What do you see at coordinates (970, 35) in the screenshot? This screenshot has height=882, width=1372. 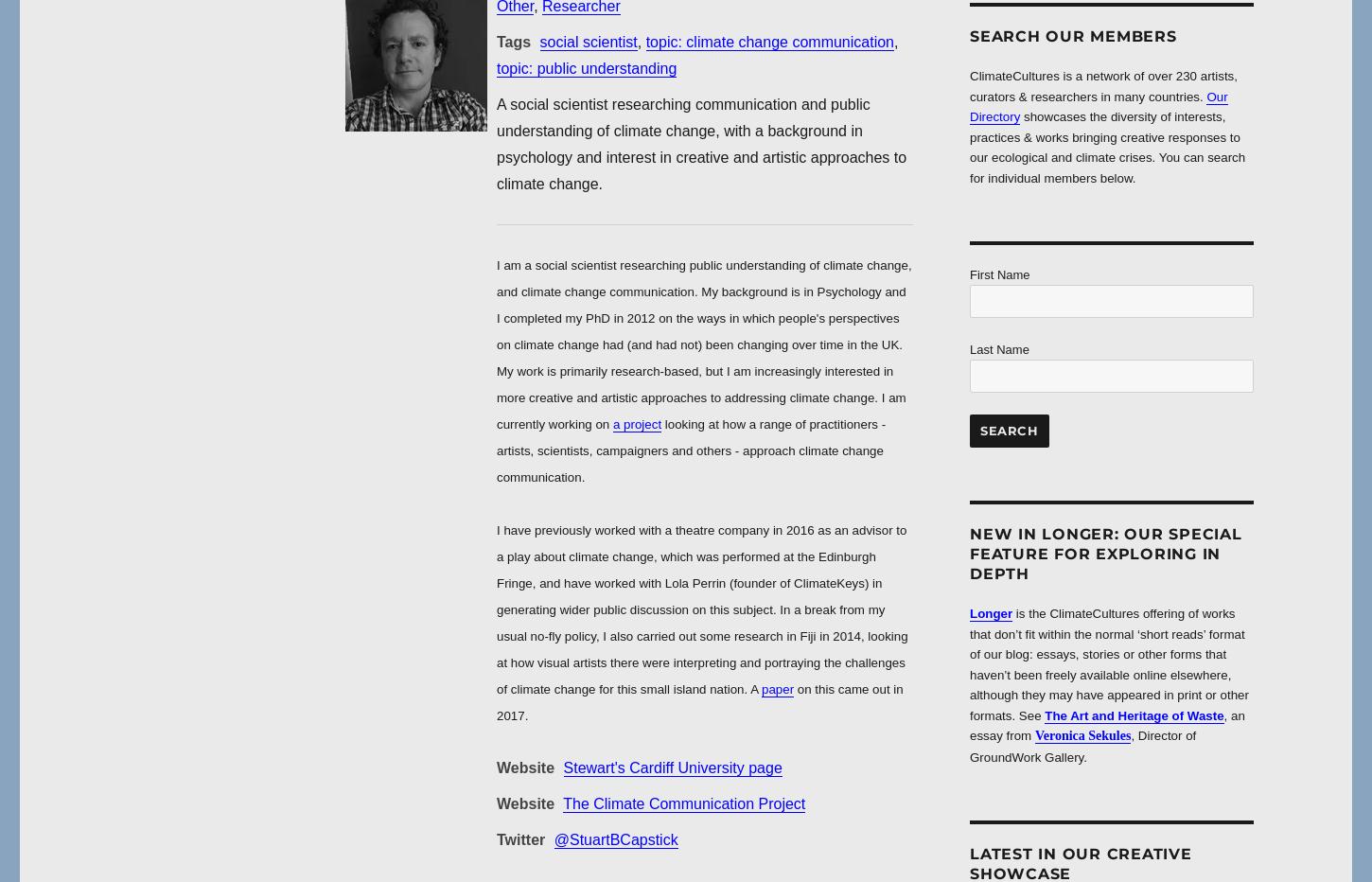 I see `'Search our members'` at bounding box center [970, 35].